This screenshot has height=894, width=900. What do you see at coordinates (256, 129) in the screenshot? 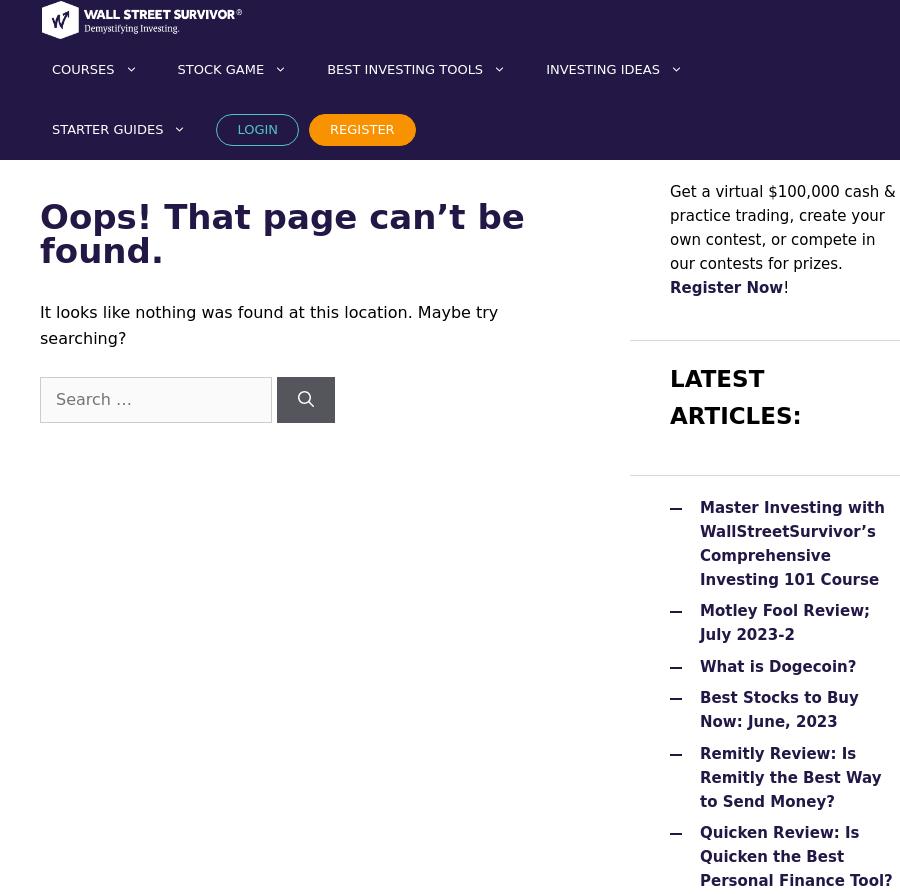
I see `'Login'` at bounding box center [256, 129].